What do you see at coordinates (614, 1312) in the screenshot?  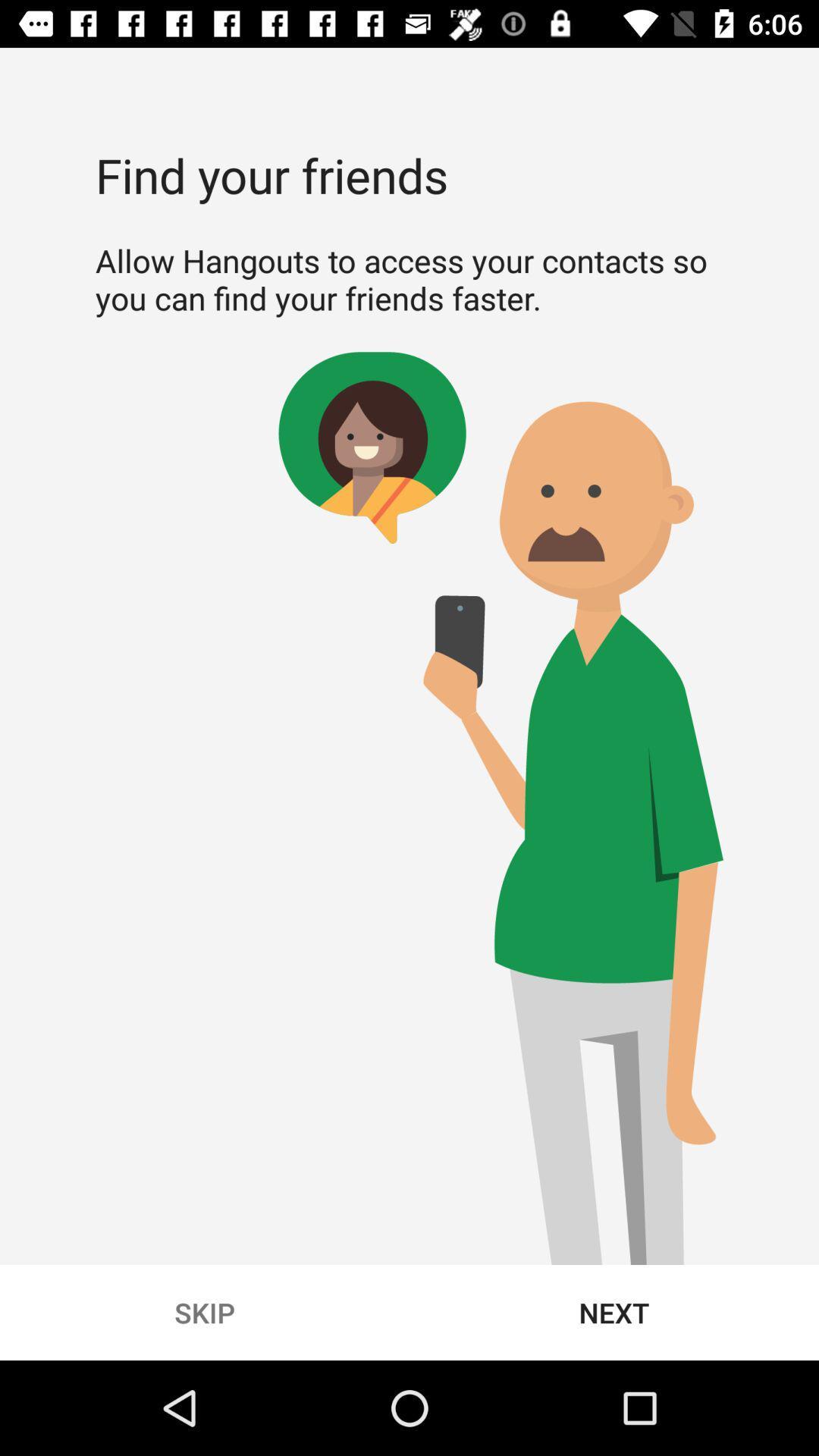 I see `item next to the skip icon` at bounding box center [614, 1312].